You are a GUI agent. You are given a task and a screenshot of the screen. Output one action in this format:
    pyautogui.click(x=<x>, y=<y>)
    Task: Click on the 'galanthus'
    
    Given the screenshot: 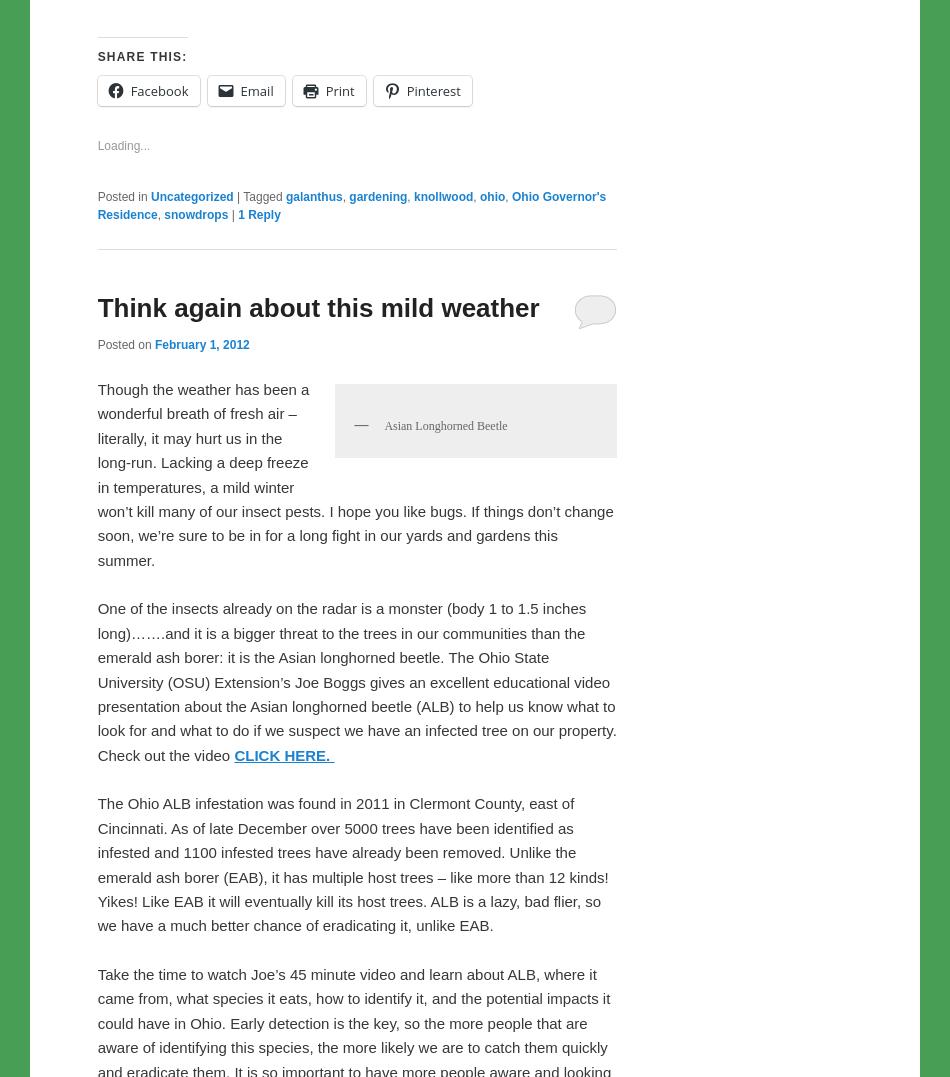 What is the action you would take?
    pyautogui.click(x=312, y=239)
    